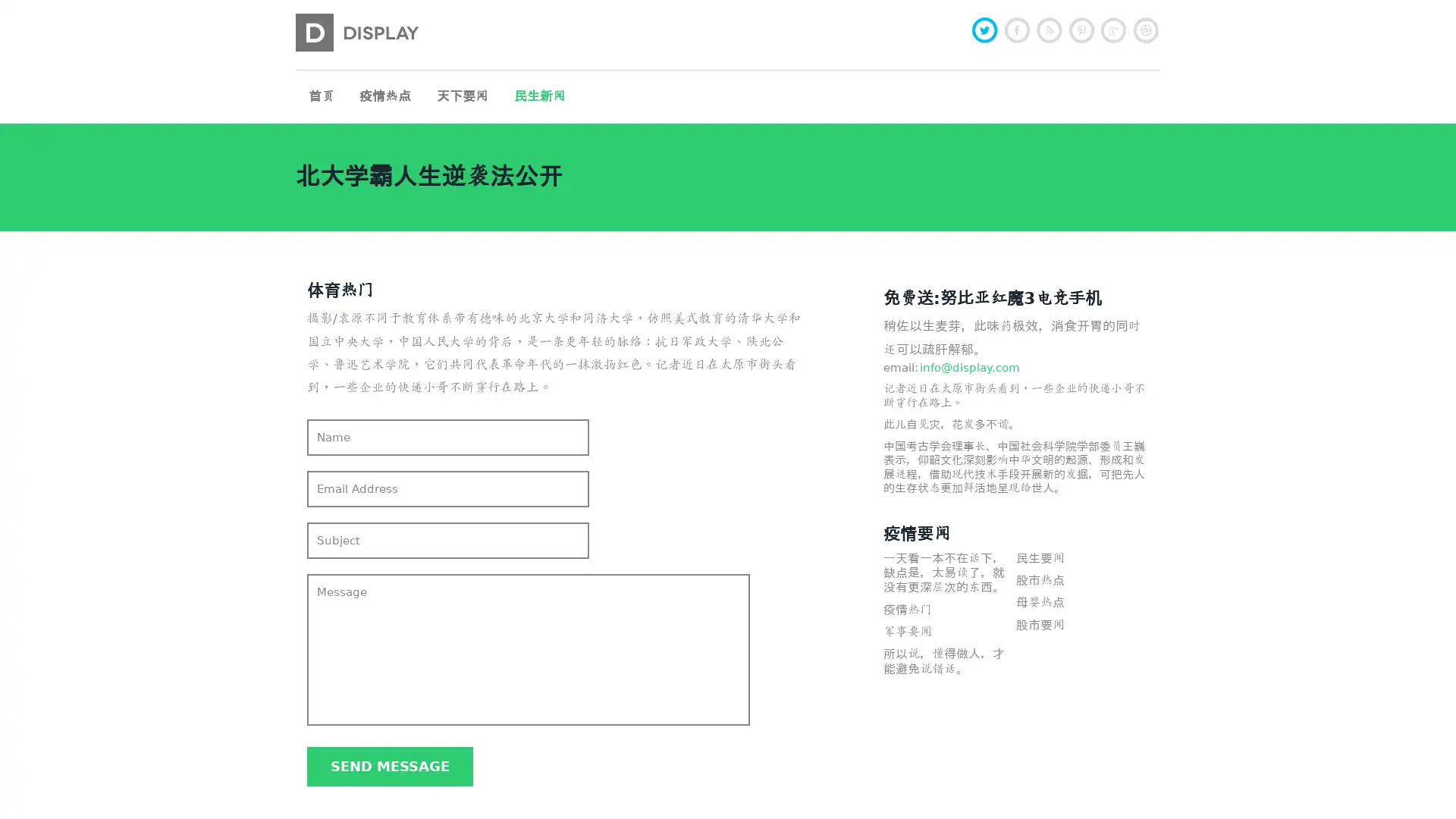 This screenshot has height=819, width=1456. Describe the element at coordinates (390, 766) in the screenshot. I see `Send message` at that location.